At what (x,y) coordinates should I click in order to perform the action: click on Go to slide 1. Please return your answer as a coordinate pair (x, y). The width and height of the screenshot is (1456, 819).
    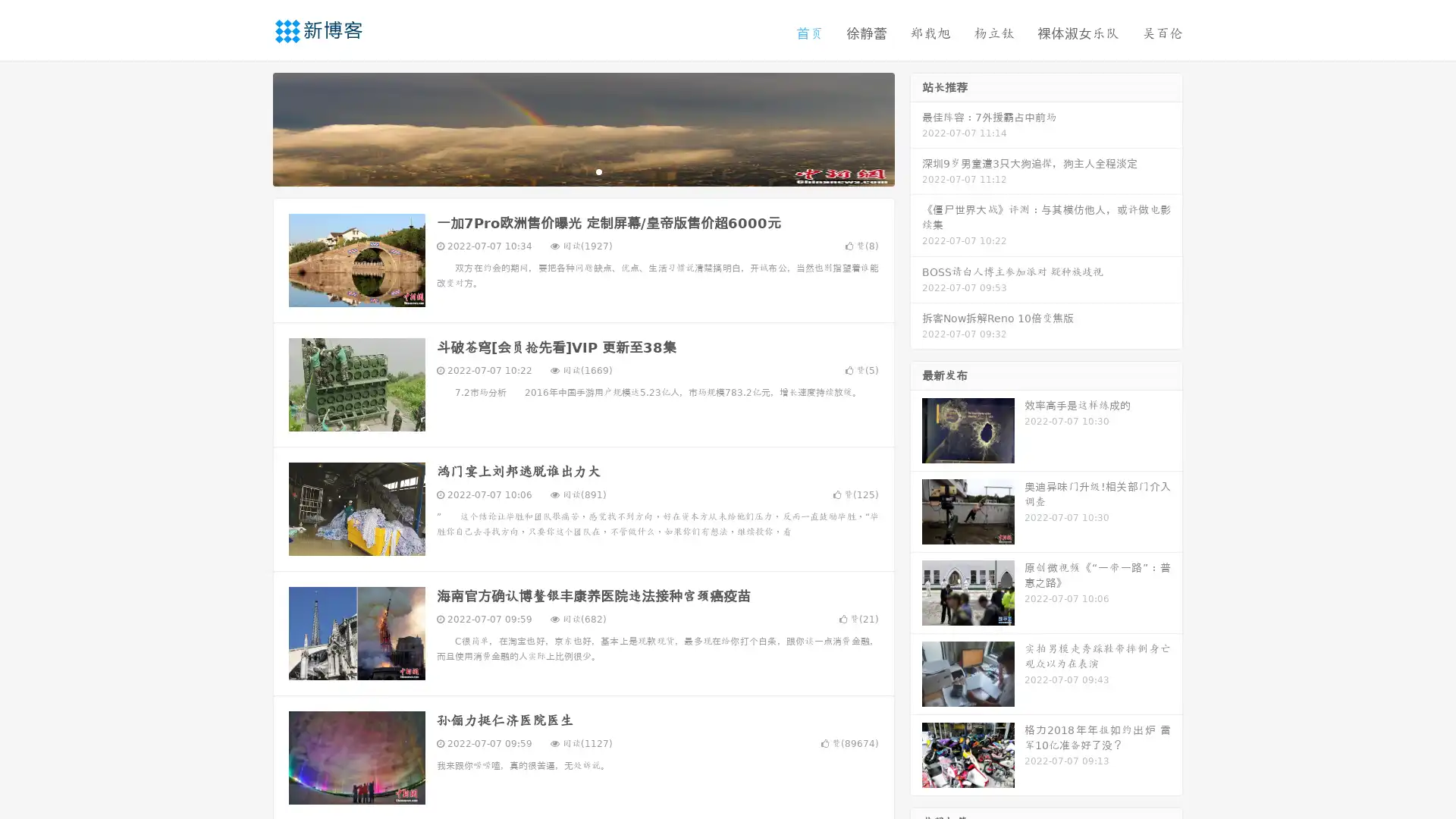
    Looking at the image, I should click on (567, 171).